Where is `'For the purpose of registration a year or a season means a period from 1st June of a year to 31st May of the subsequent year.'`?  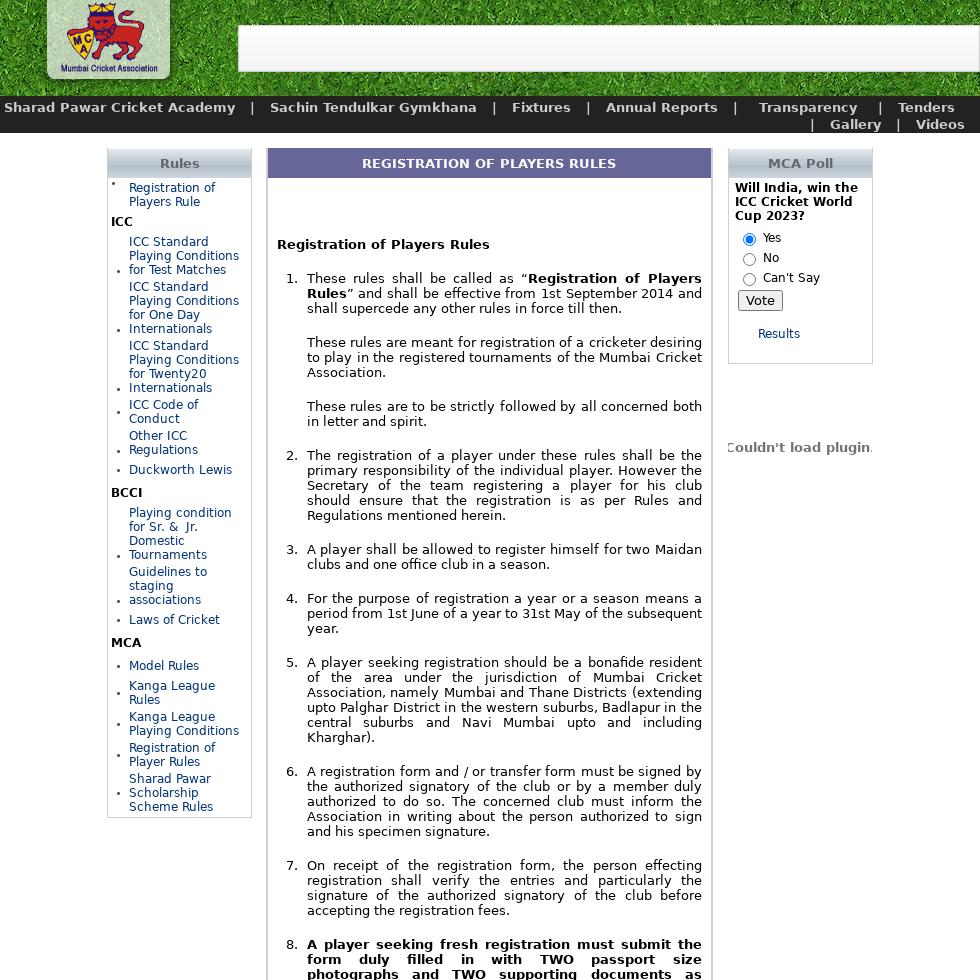
'For the purpose of registration a year or a season means a period from 1st June of a year to 31st May of the subsequent year.' is located at coordinates (503, 613).